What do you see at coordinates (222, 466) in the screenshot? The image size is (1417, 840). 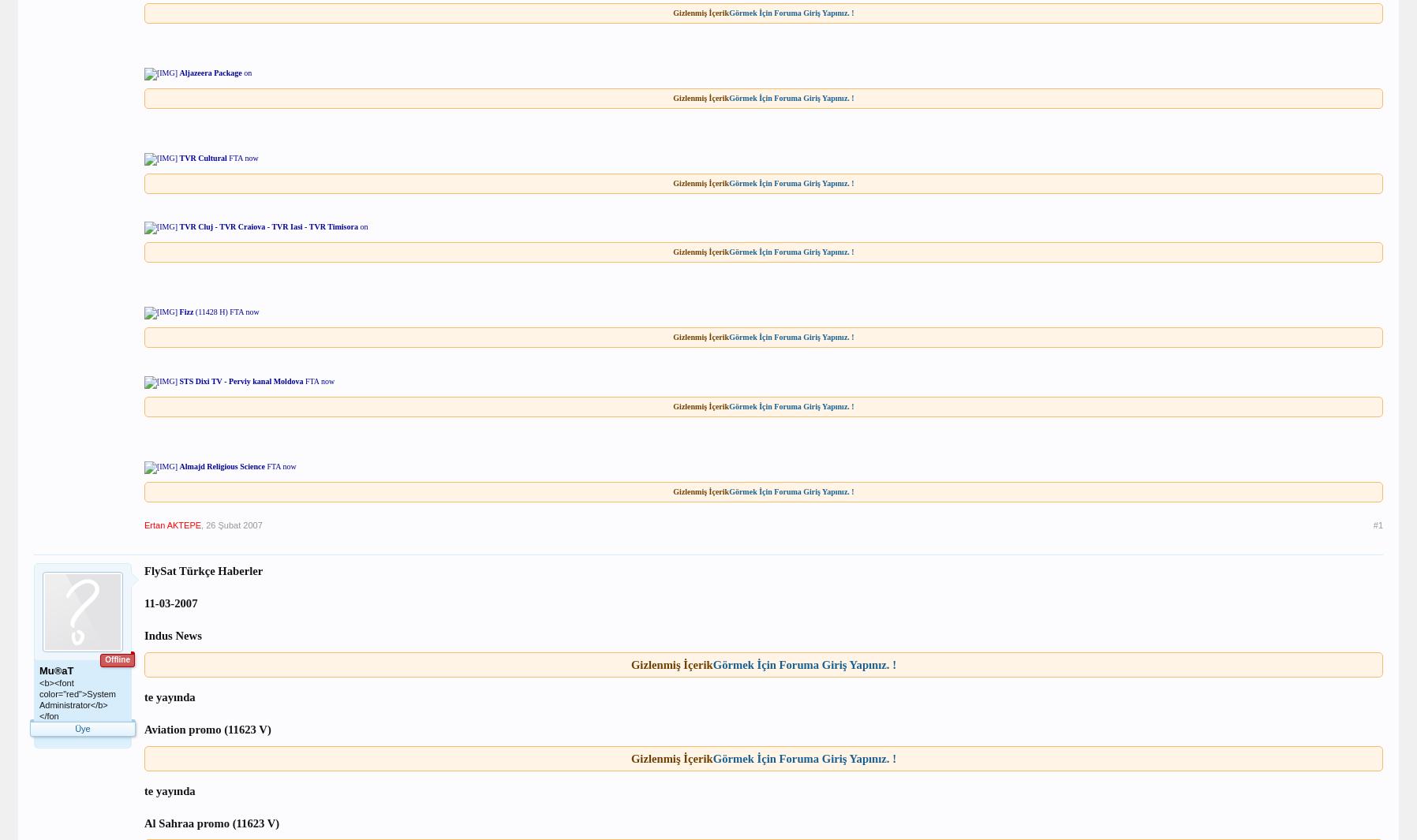 I see `'Almajd Religious Science'` at bounding box center [222, 466].